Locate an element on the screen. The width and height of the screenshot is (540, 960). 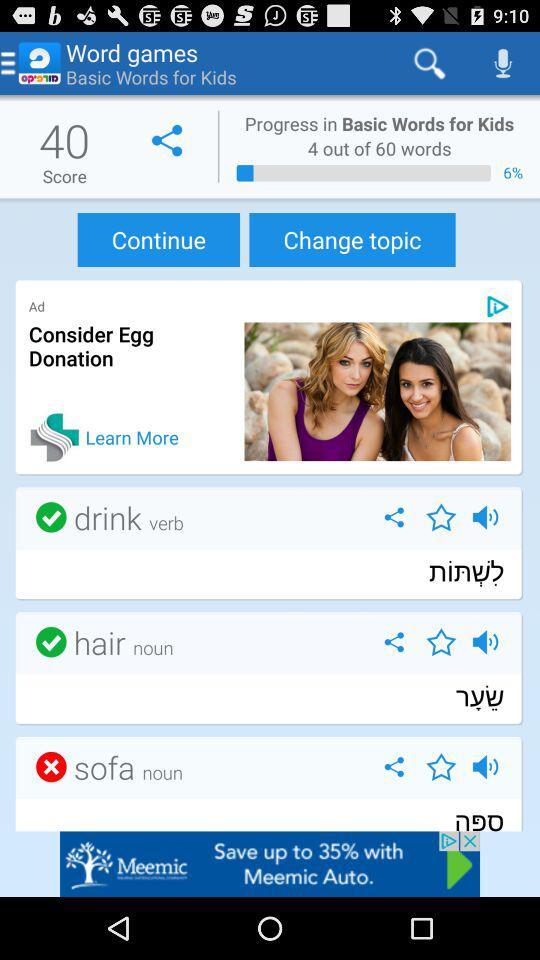
learn more icon is located at coordinates (55, 437).